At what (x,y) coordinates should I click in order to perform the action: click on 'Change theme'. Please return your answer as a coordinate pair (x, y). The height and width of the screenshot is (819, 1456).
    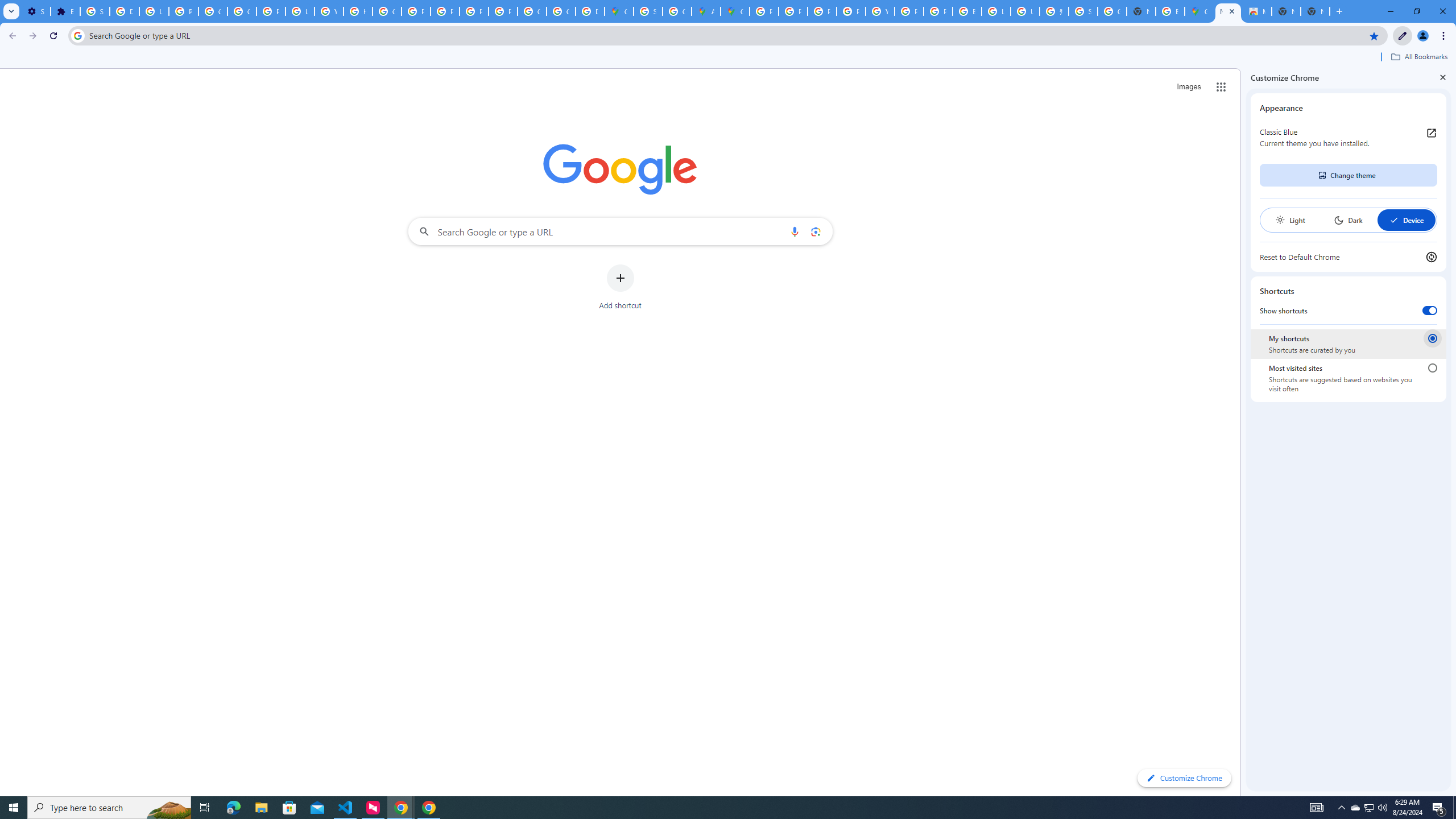
    Looking at the image, I should click on (1347, 175).